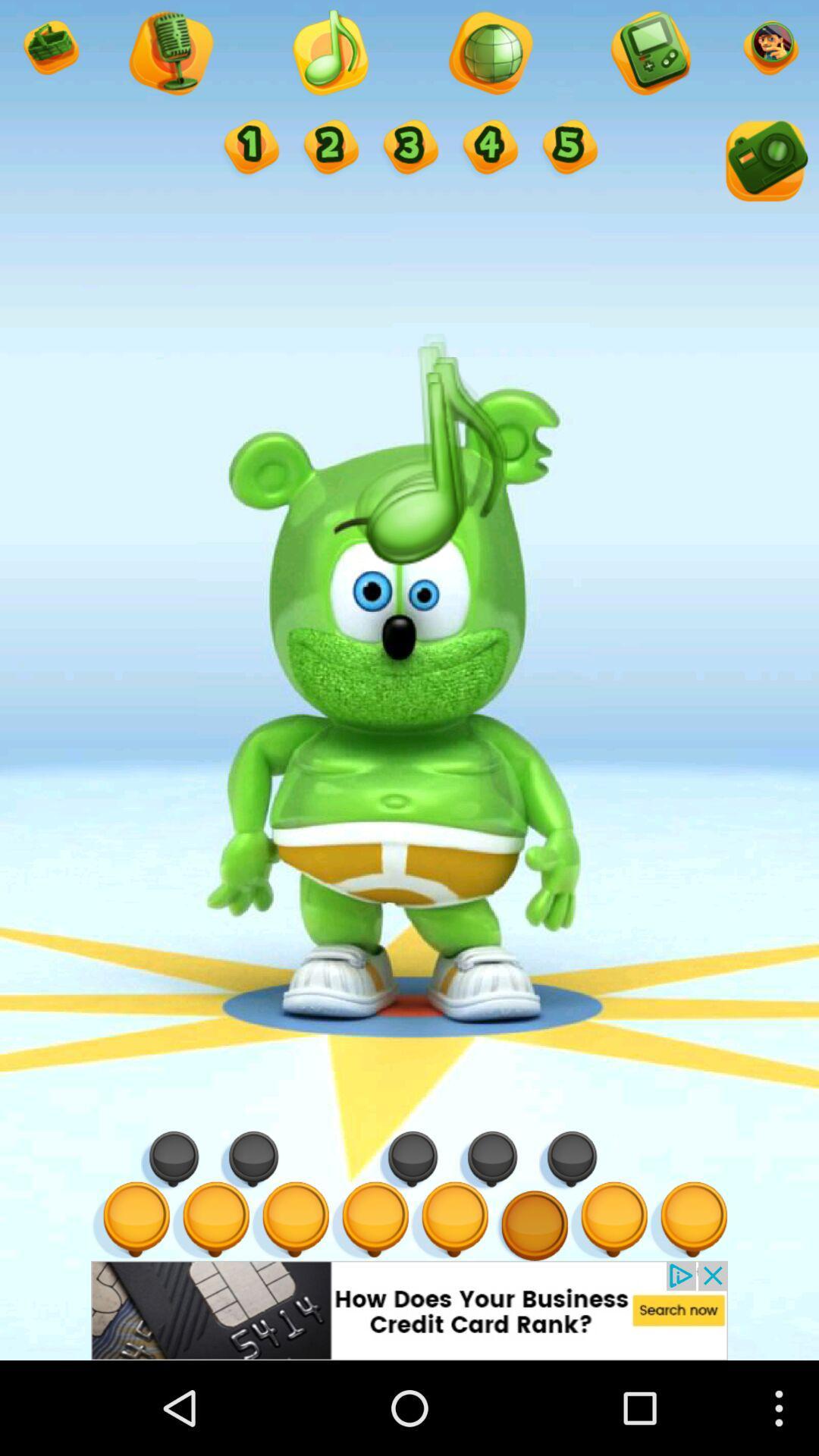 The height and width of the screenshot is (1456, 819). What do you see at coordinates (49, 53) in the screenshot?
I see `the emoji icon` at bounding box center [49, 53].